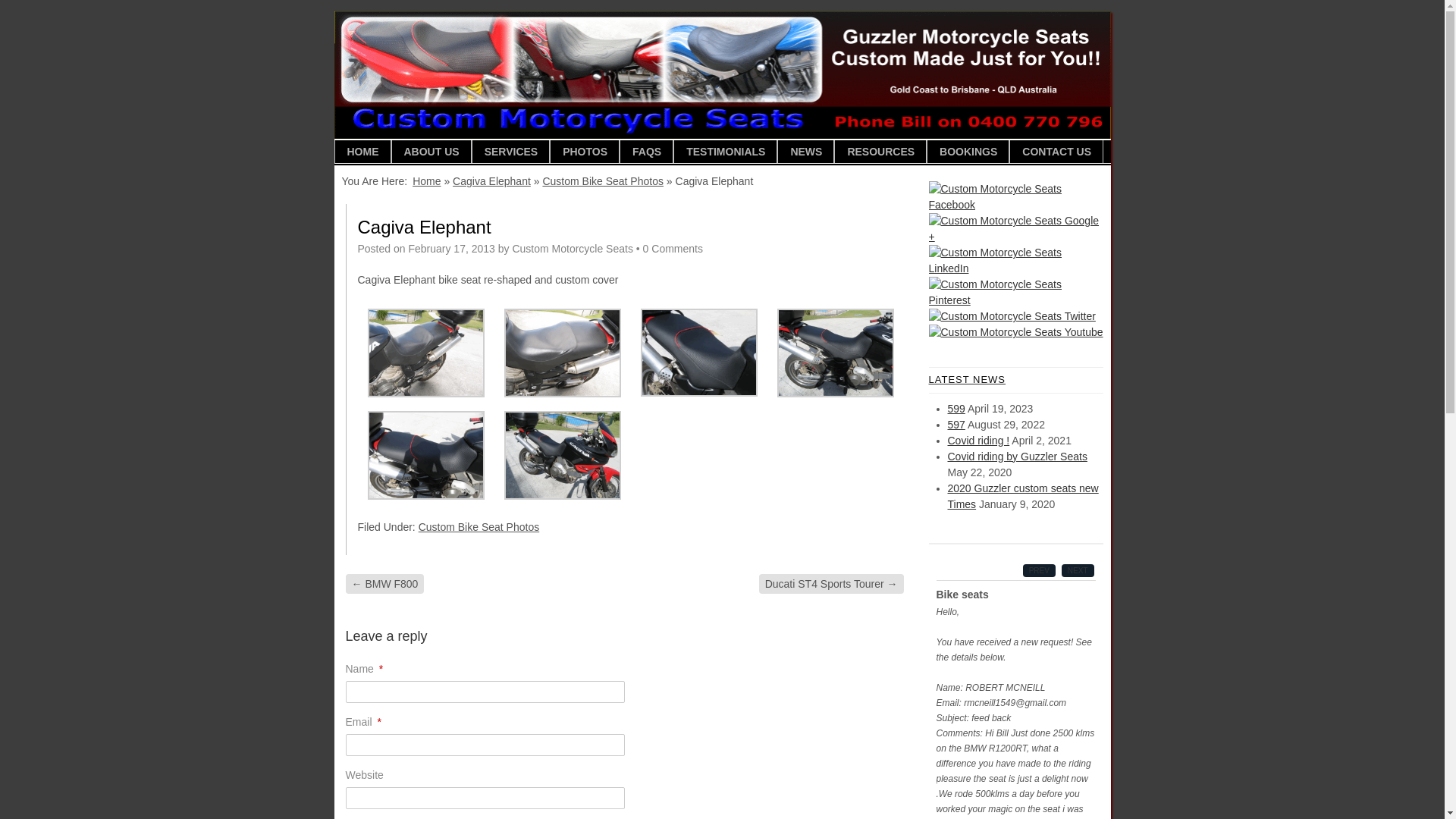 The image size is (1456, 819). Describe the element at coordinates (491, 180) in the screenshot. I see `'Cagiva Elephant'` at that location.